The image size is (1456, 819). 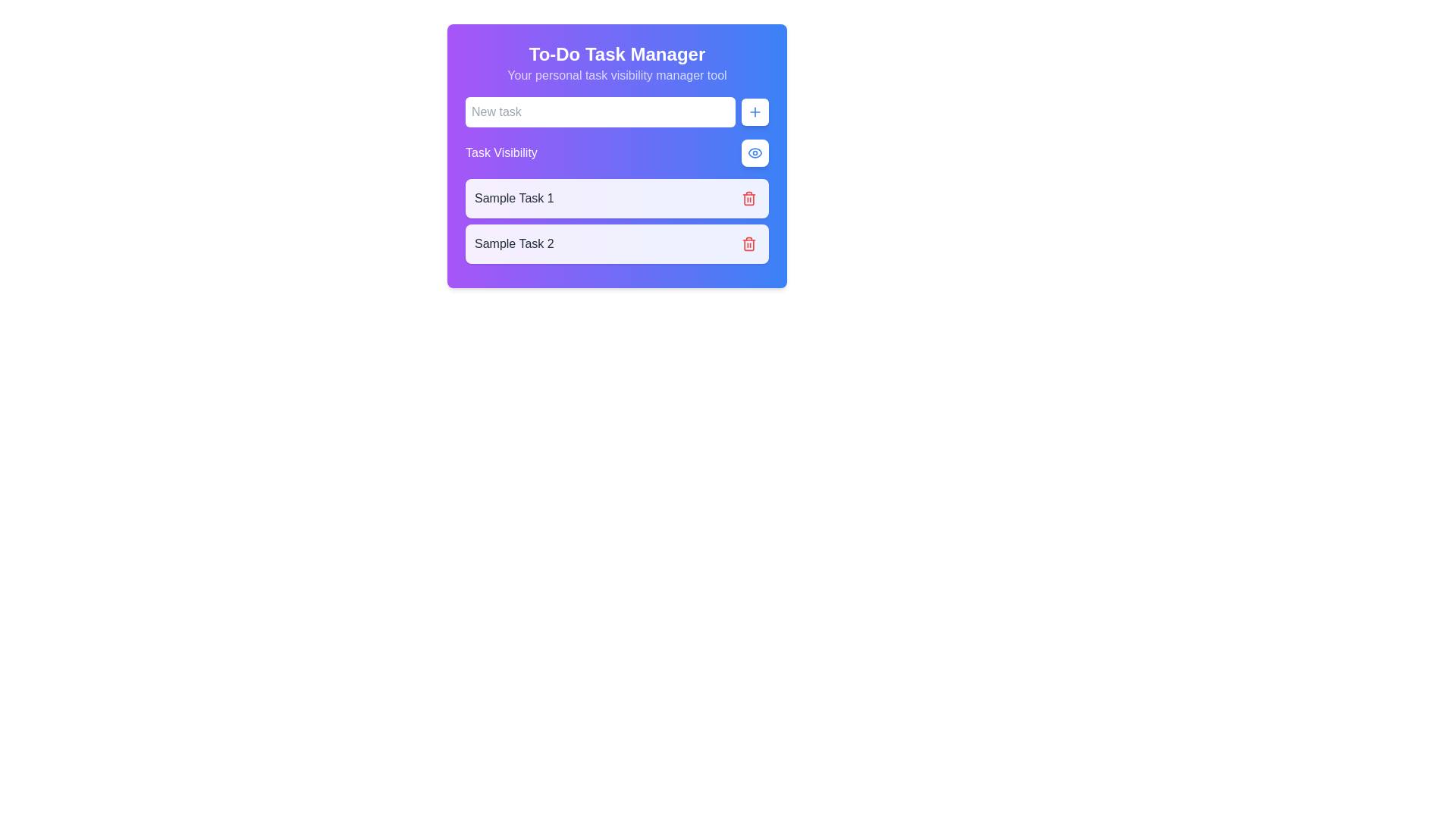 What do you see at coordinates (617, 155) in the screenshot?
I see `the task management interface located centrally` at bounding box center [617, 155].